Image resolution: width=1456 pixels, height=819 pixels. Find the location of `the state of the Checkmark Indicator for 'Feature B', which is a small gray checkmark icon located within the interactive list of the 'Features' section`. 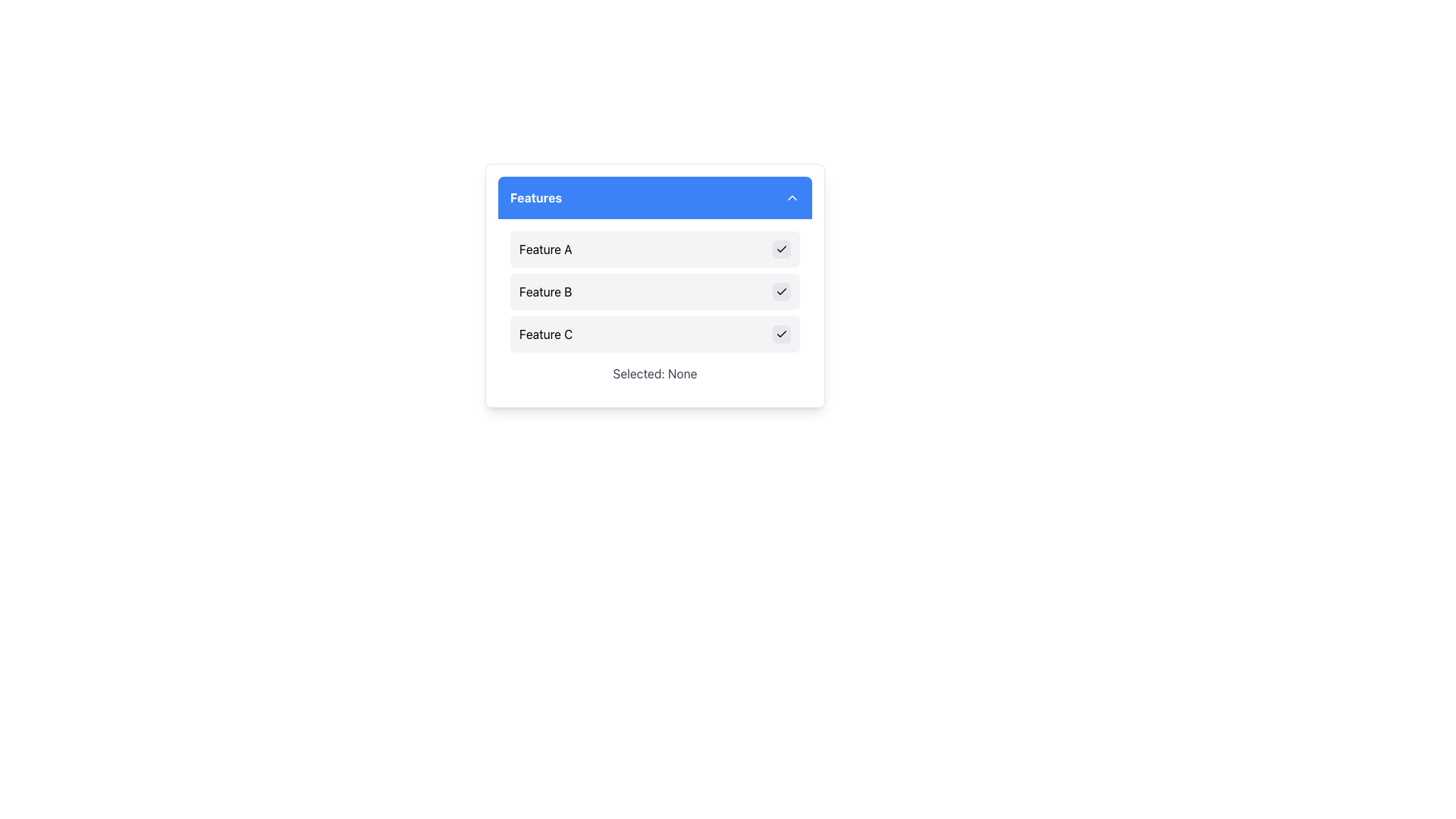

the state of the Checkmark Indicator for 'Feature B', which is a small gray checkmark icon located within the interactive list of the 'Features' section is located at coordinates (782, 292).